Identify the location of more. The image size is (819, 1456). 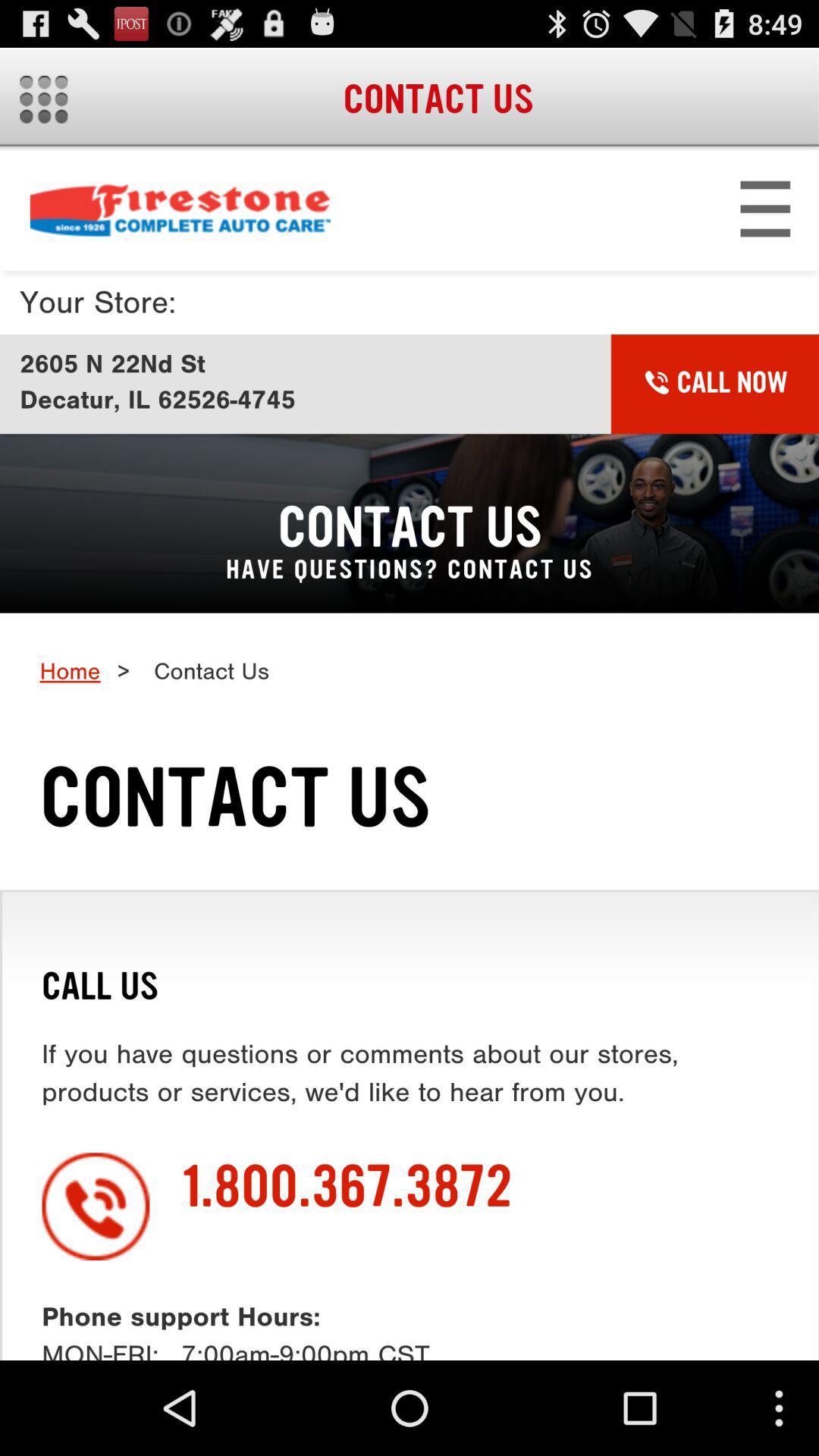
(42, 99).